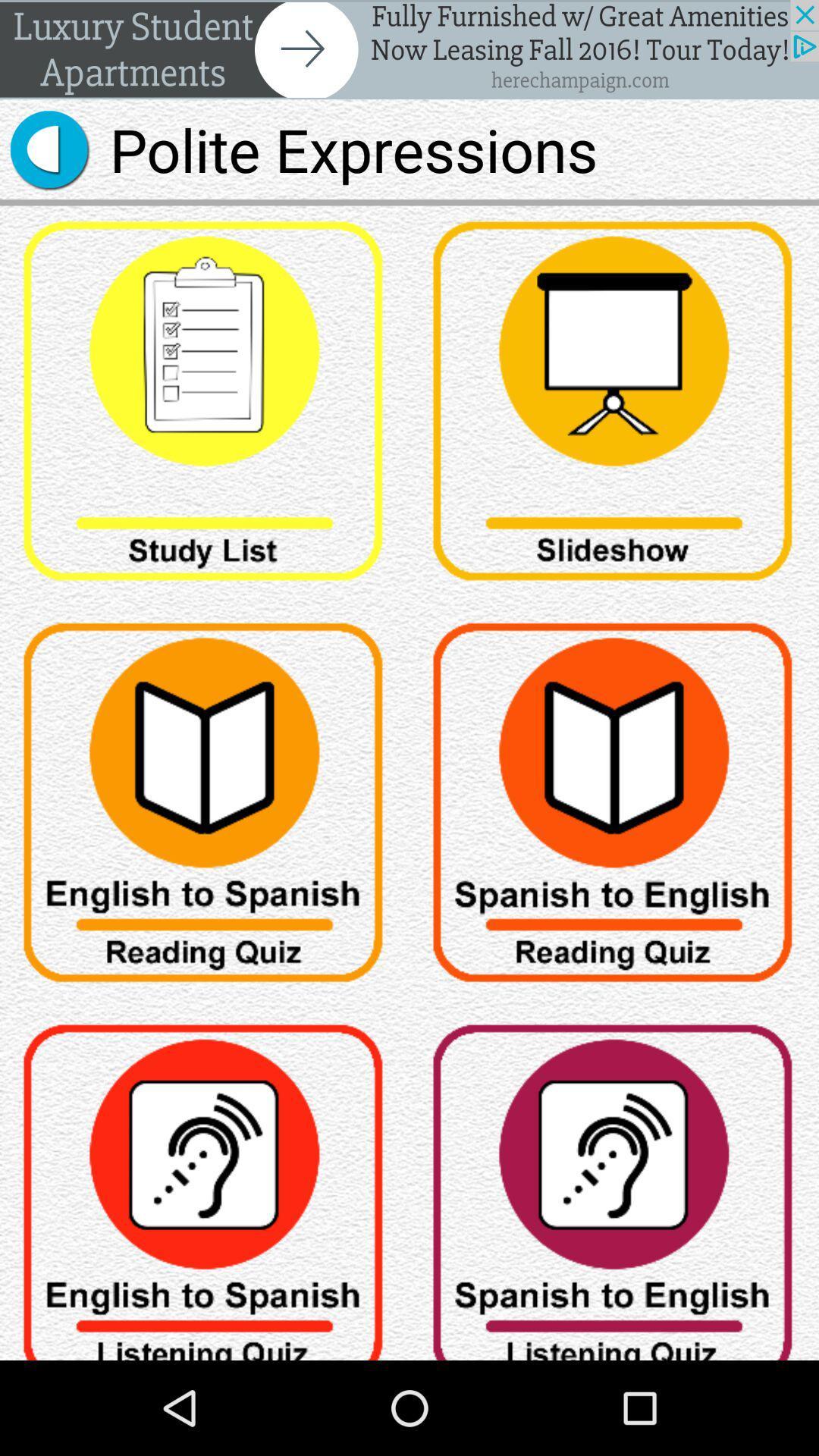  What do you see at coordinates (614, 406) in the screenshot?
I see `open slideshow screen` at bounding box center [614, 406].